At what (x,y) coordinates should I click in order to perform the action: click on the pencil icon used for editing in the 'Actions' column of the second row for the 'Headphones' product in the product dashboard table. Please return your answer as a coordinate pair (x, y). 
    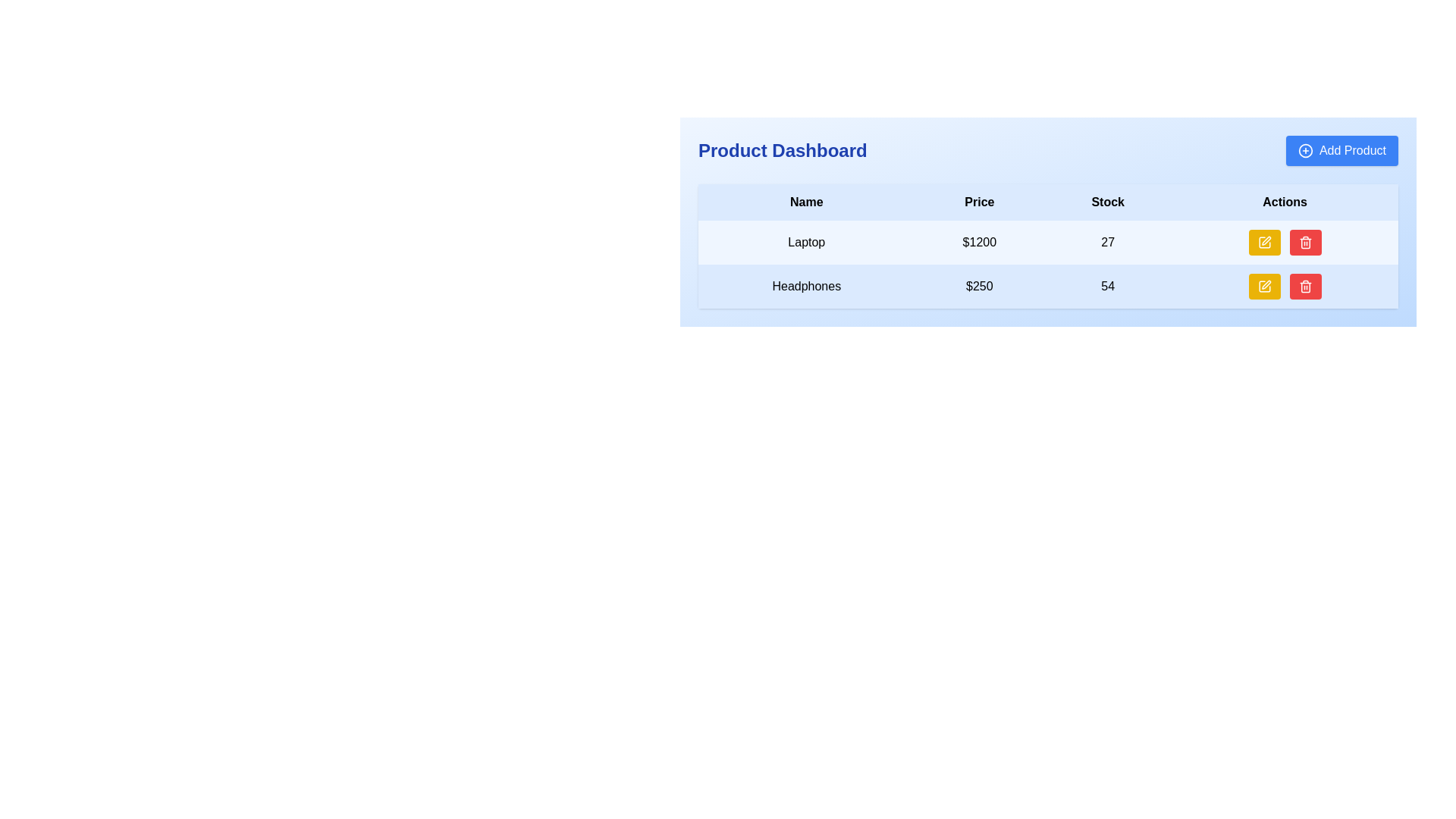
    Looking at the image, I should click on (1264, 287).